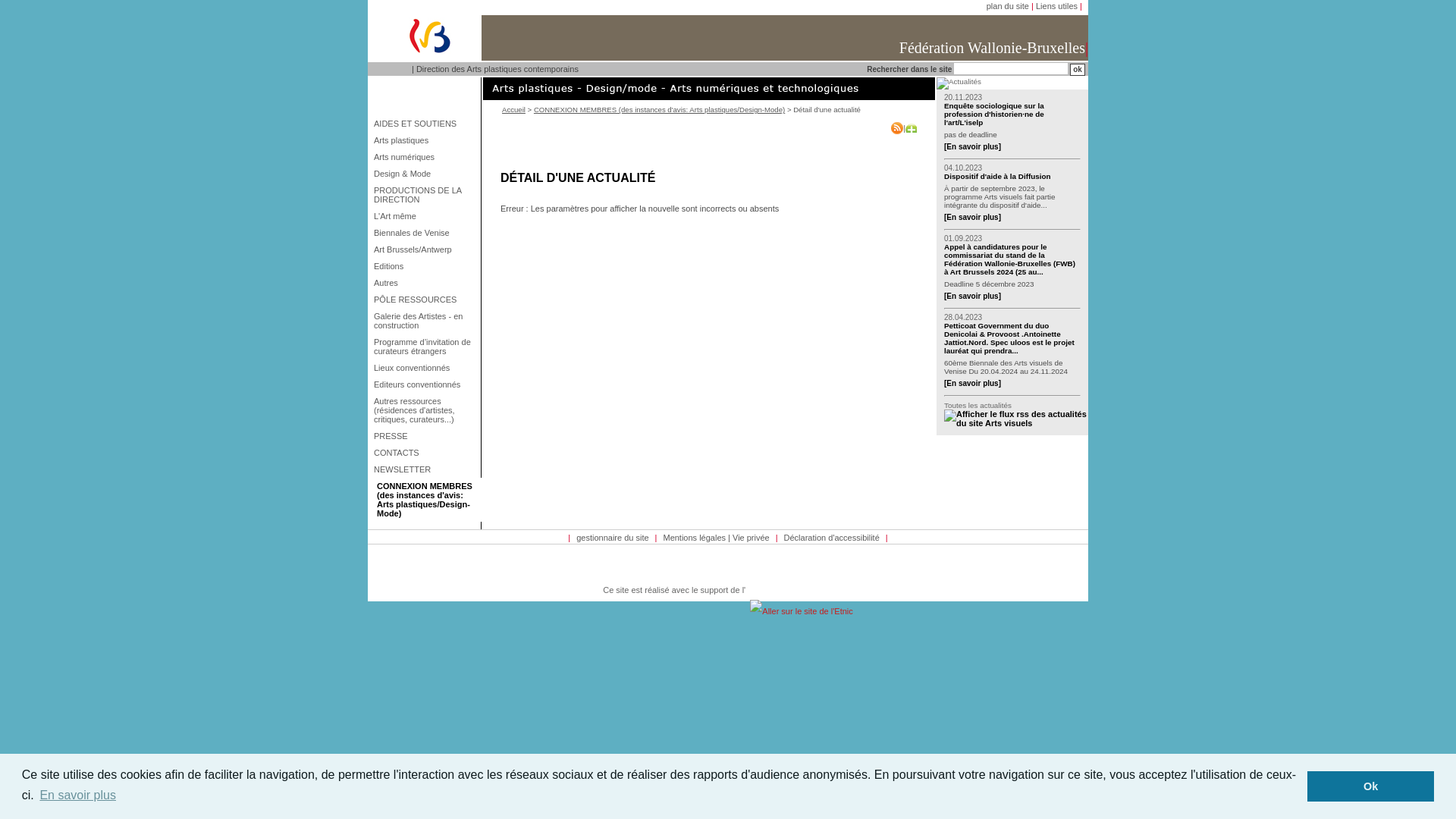 The image size is (1456, 819). What do you see at coordinates (425, 194) in the screenshot?
I see `'PRODUCTIONS DE LA DIRECTION'` at bounding box center [425, 194].